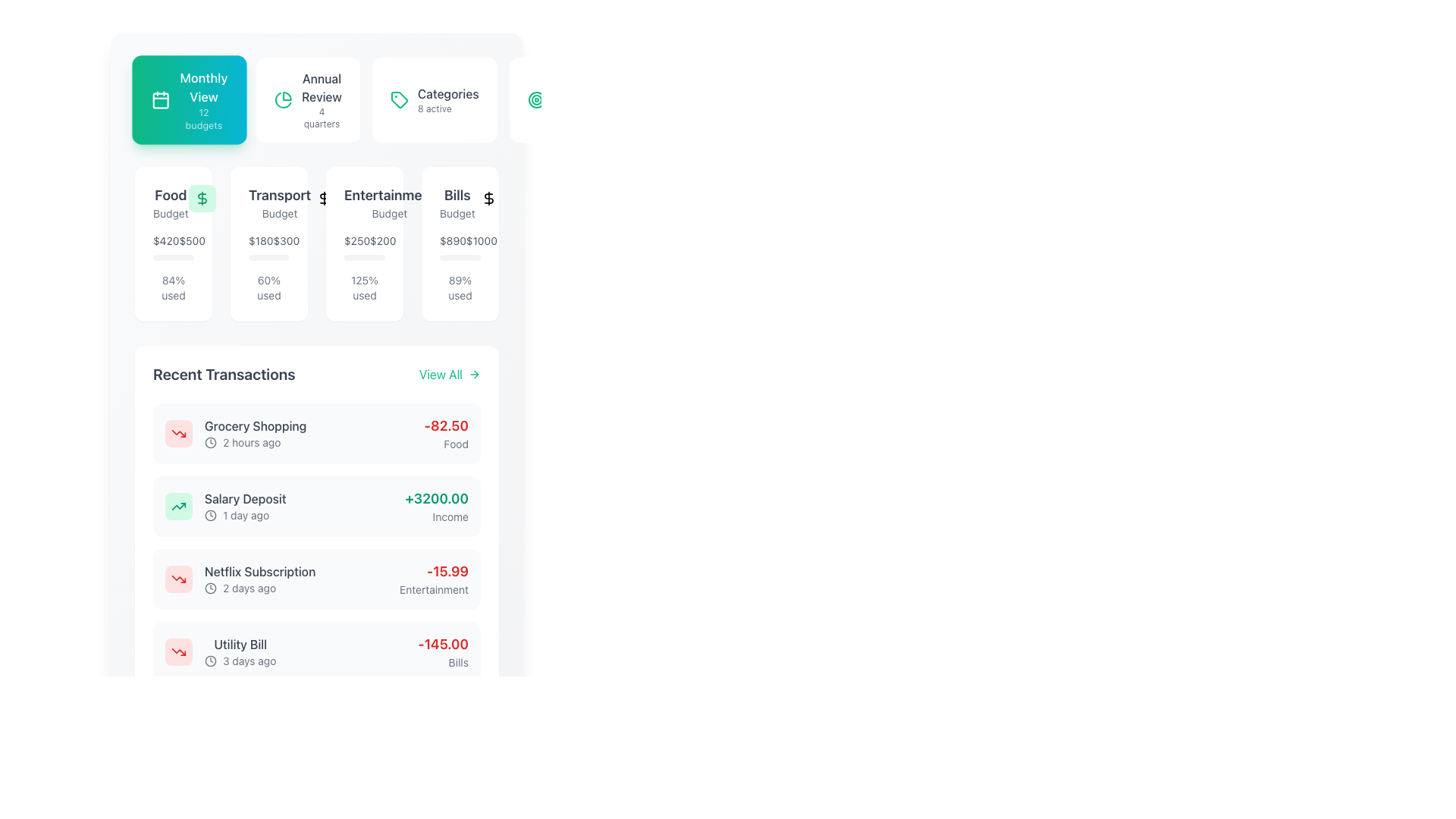 This screenshot has height=819, width=1456. I want to click on the text label reading 'Bills' located directly below the red '-145.00' value in the right-aligned column of the 'Recent Transactions' list, so click(442, 662).